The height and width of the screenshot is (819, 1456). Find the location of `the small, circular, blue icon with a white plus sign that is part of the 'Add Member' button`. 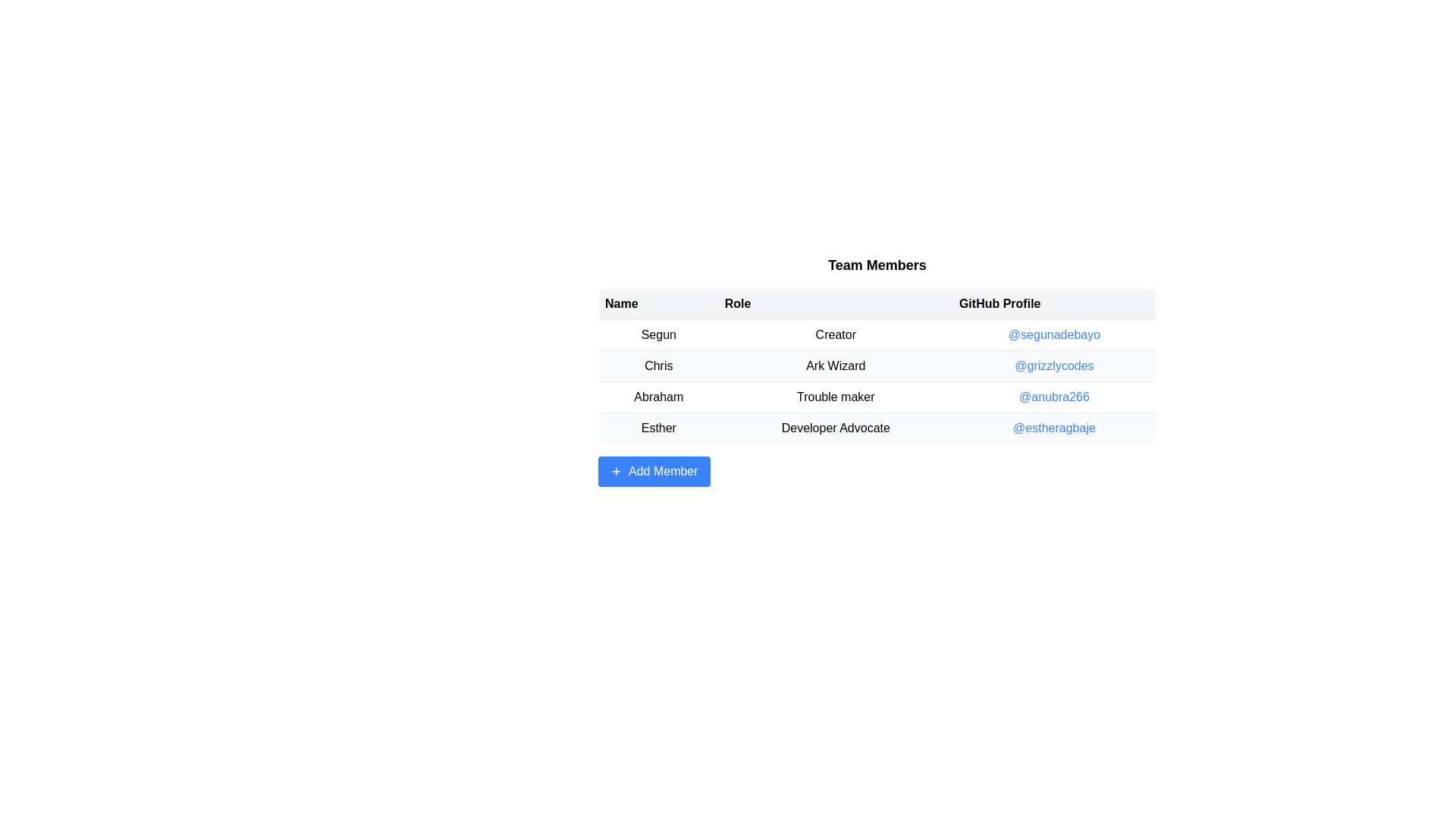

the small, circular, blue icon with a white plus sign that is part of the 'Add Member' button is located at coordinates (616, 470).